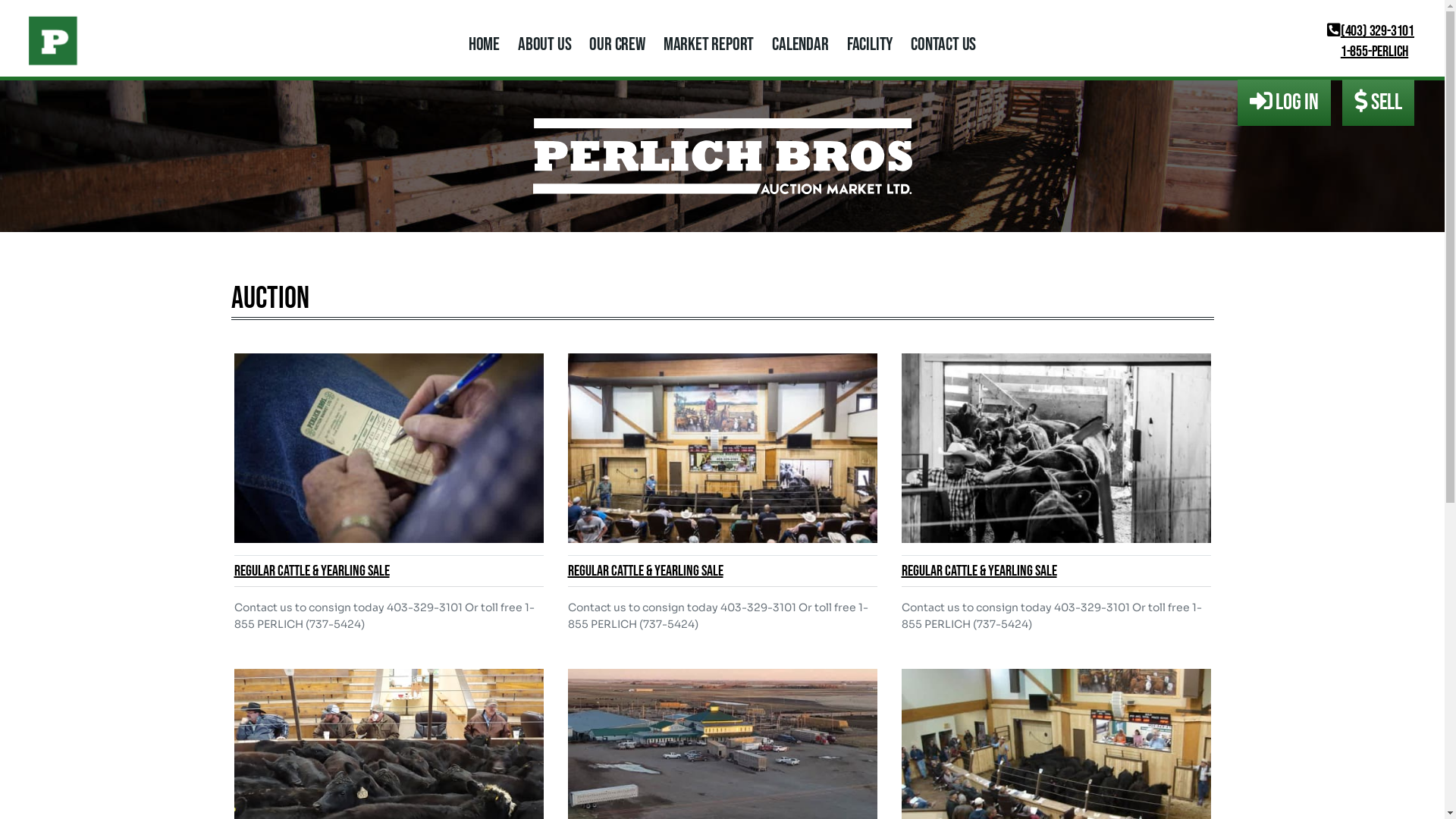 Image resolution: width=1456 pixels, height=819 pixels. I want to click on 'ABOUT US', so click(544, 43).